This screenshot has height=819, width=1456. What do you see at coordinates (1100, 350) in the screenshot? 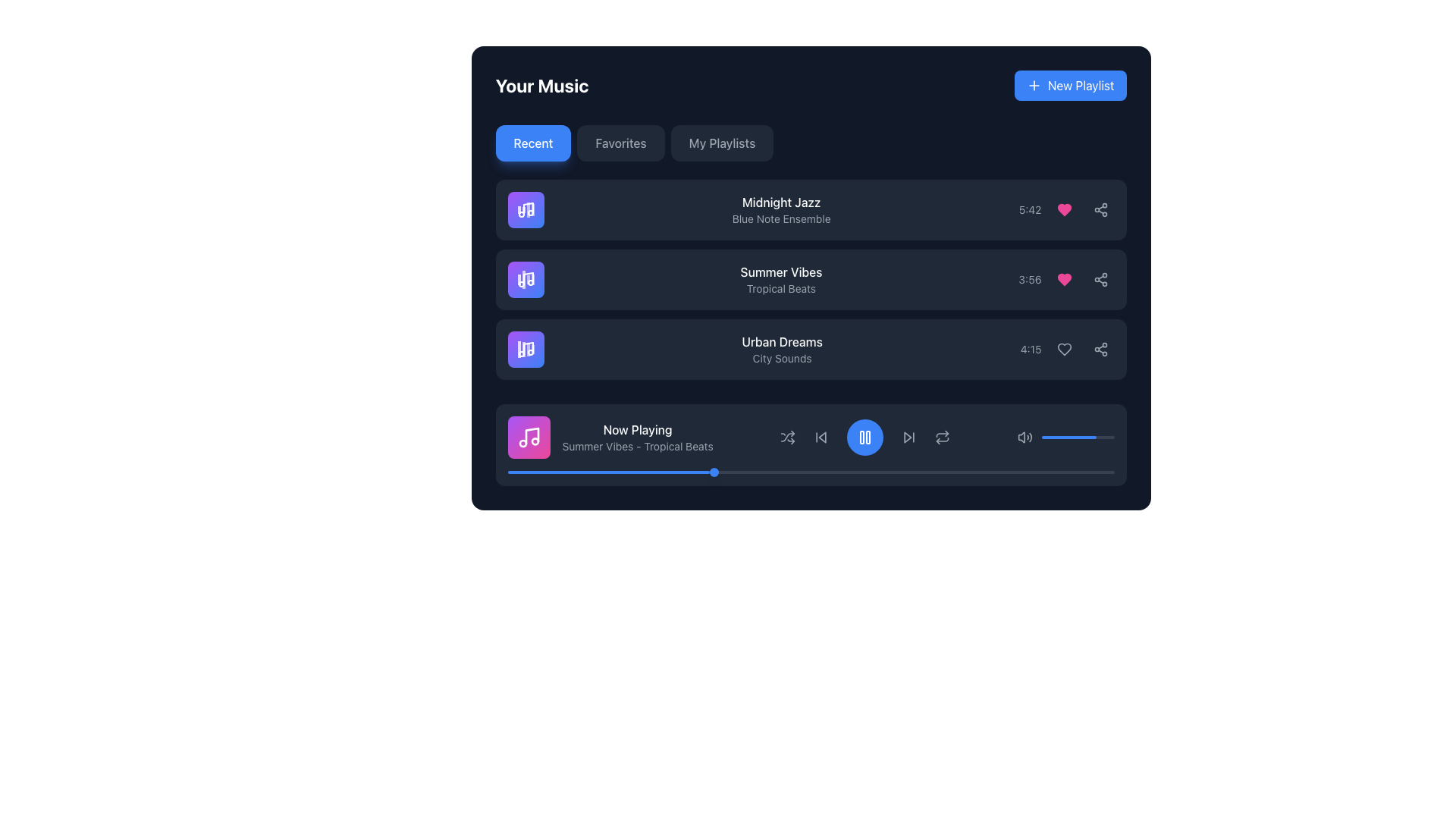
I see `the share button located at the rightmost part of the 'Urban Dreams' track row in the 'Your Music' section` at bounding box center [1100, 350].